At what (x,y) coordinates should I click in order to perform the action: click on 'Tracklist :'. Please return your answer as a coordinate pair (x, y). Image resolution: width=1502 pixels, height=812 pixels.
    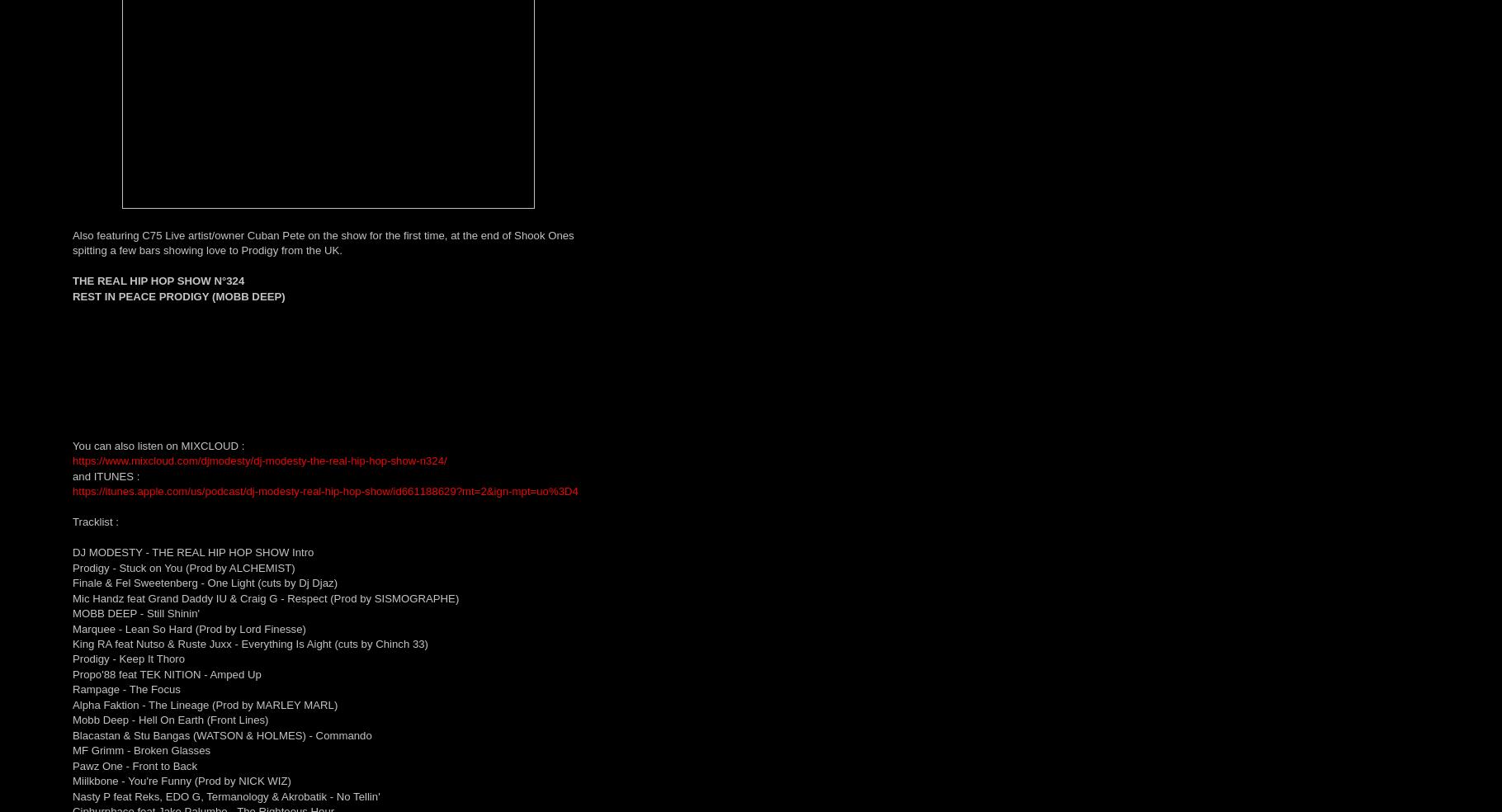
    Looking at the image, I should click on (95, 522).